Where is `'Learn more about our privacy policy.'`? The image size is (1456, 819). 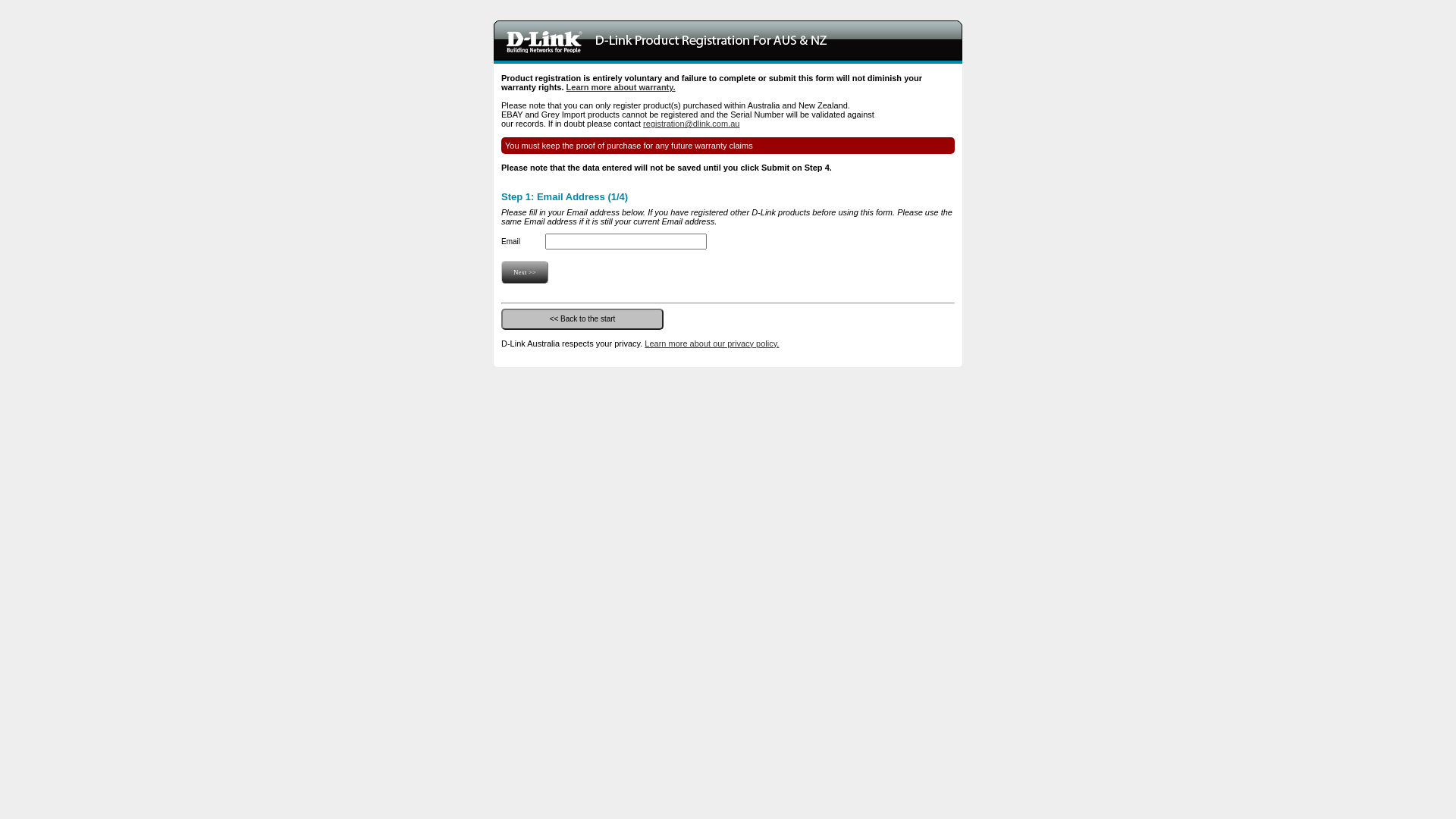 'Learn more about our privacy policy.' is located at coordinates (711, 342).